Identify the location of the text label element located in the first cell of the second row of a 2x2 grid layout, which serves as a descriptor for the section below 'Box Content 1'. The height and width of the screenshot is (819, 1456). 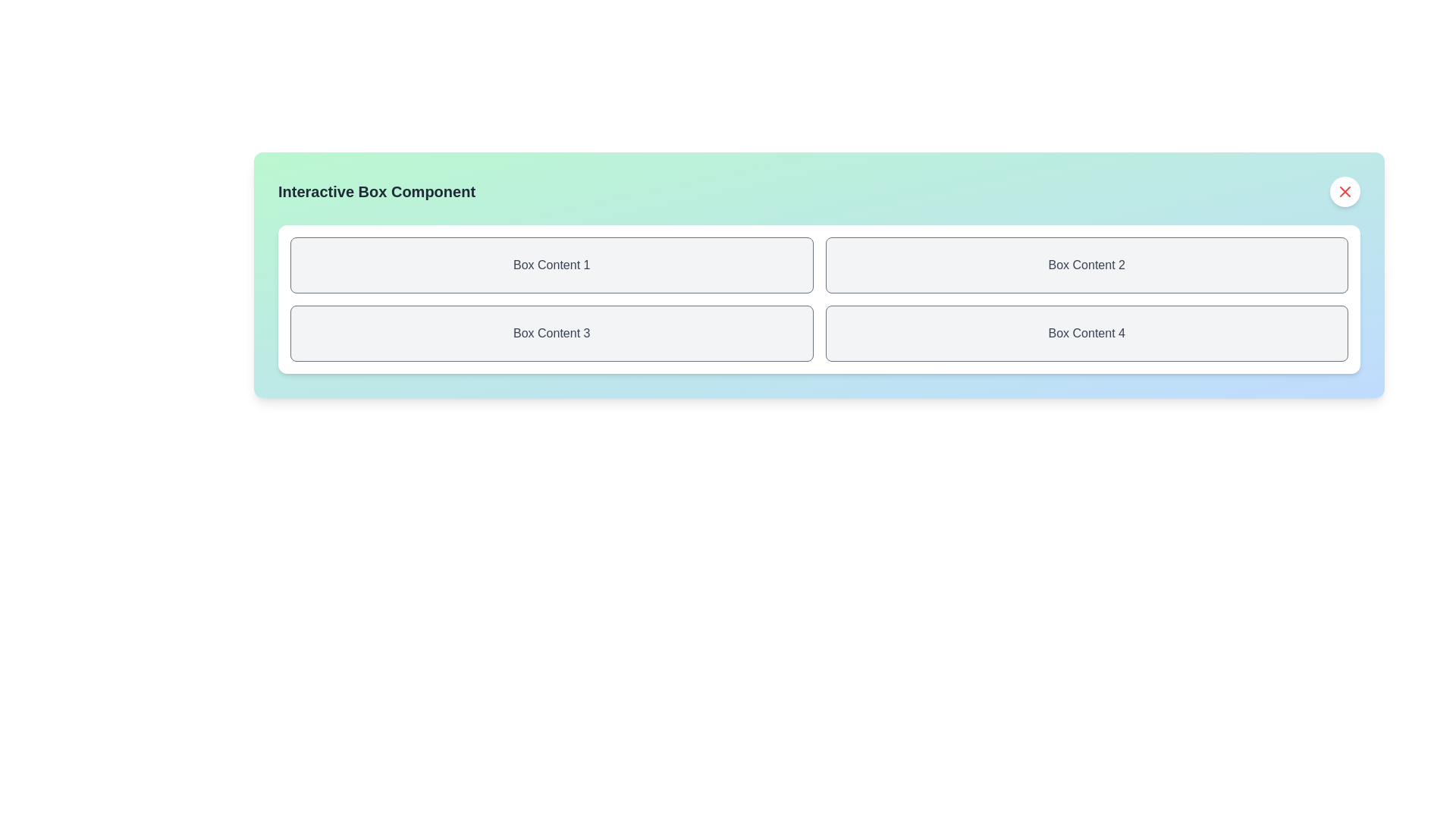
(551, 332).